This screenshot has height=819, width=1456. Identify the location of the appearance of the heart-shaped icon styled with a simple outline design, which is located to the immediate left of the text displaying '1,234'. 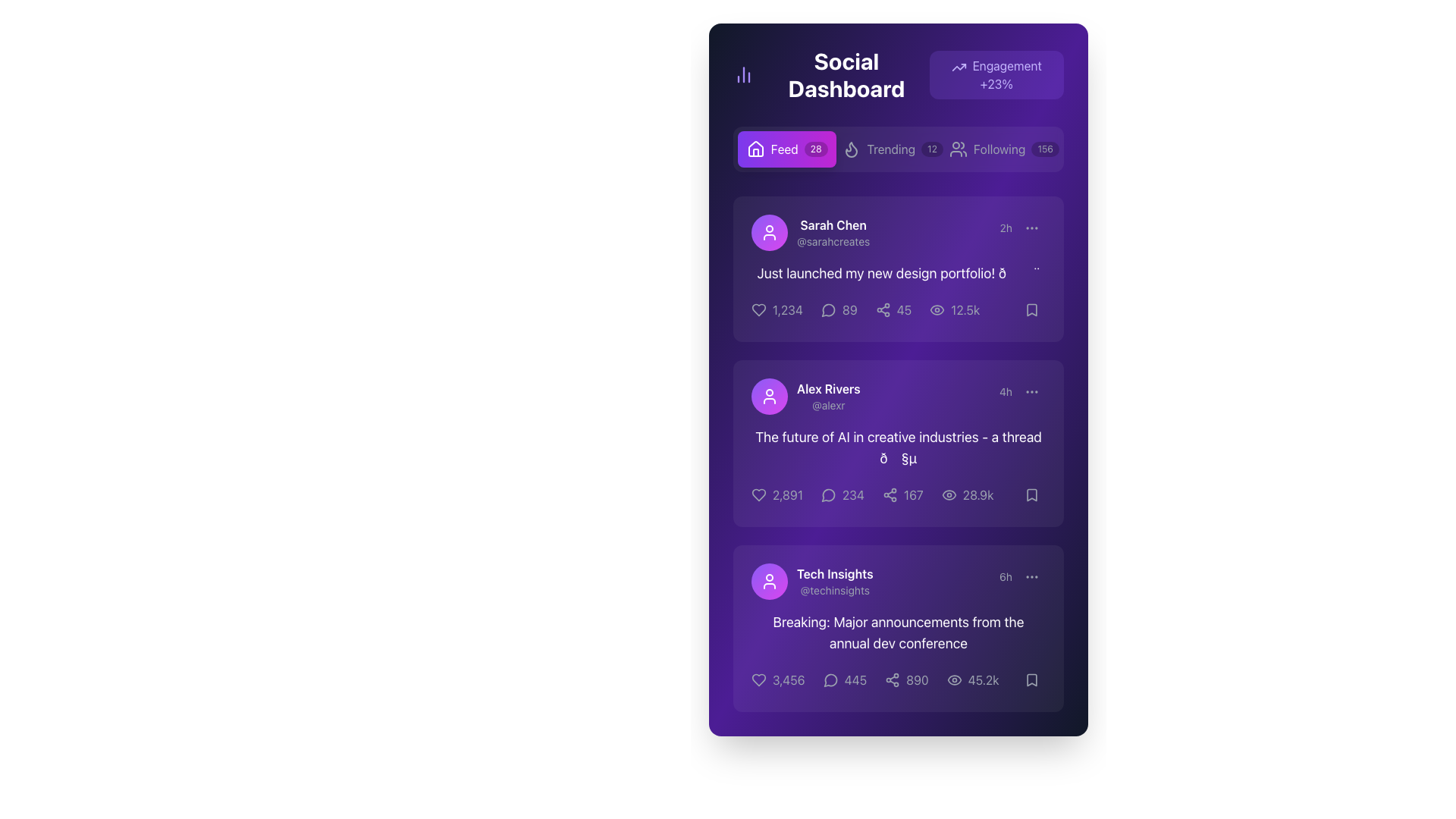
(759, 309).